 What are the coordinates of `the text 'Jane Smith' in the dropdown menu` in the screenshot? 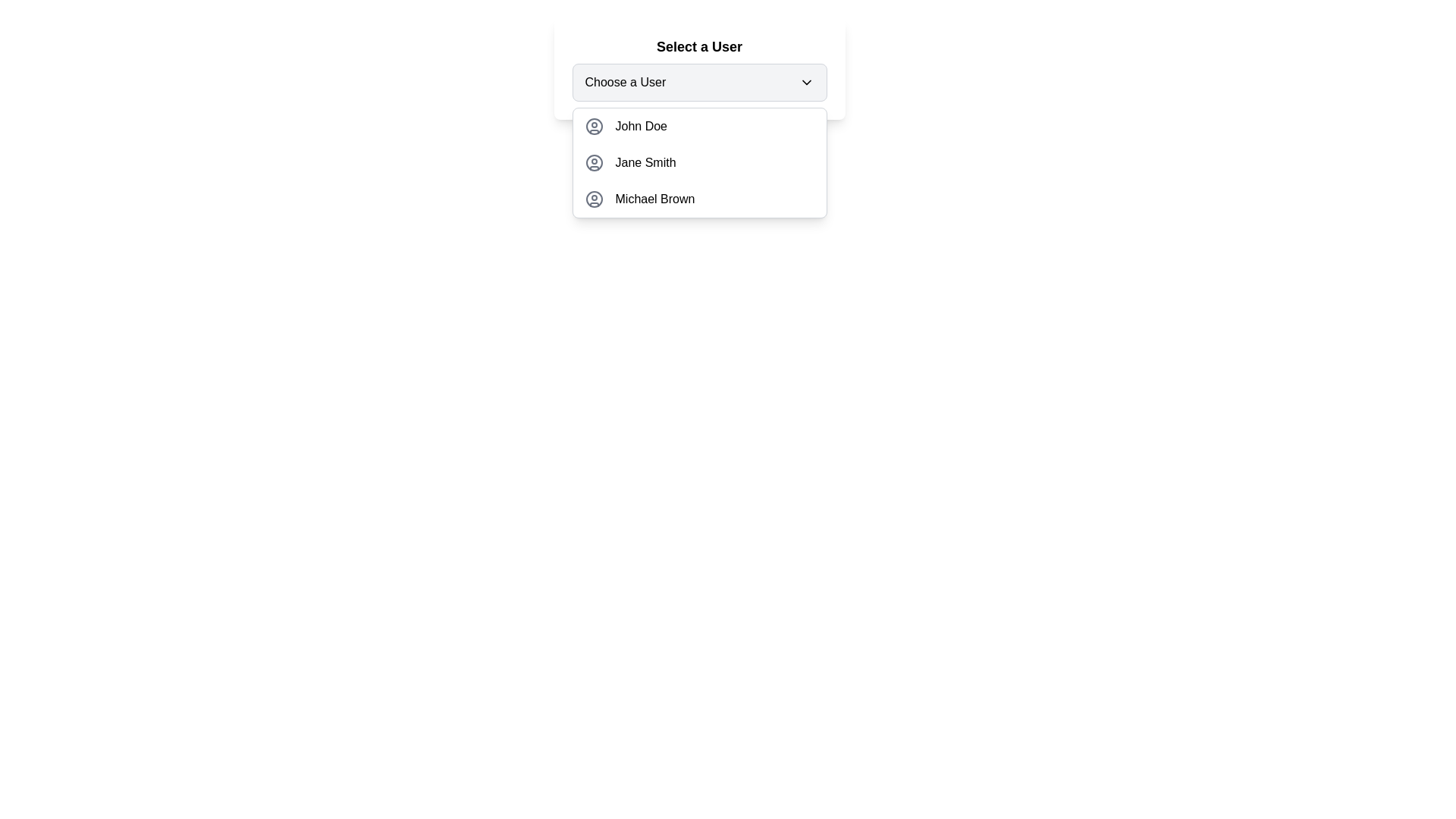 It's located at (645, 163).